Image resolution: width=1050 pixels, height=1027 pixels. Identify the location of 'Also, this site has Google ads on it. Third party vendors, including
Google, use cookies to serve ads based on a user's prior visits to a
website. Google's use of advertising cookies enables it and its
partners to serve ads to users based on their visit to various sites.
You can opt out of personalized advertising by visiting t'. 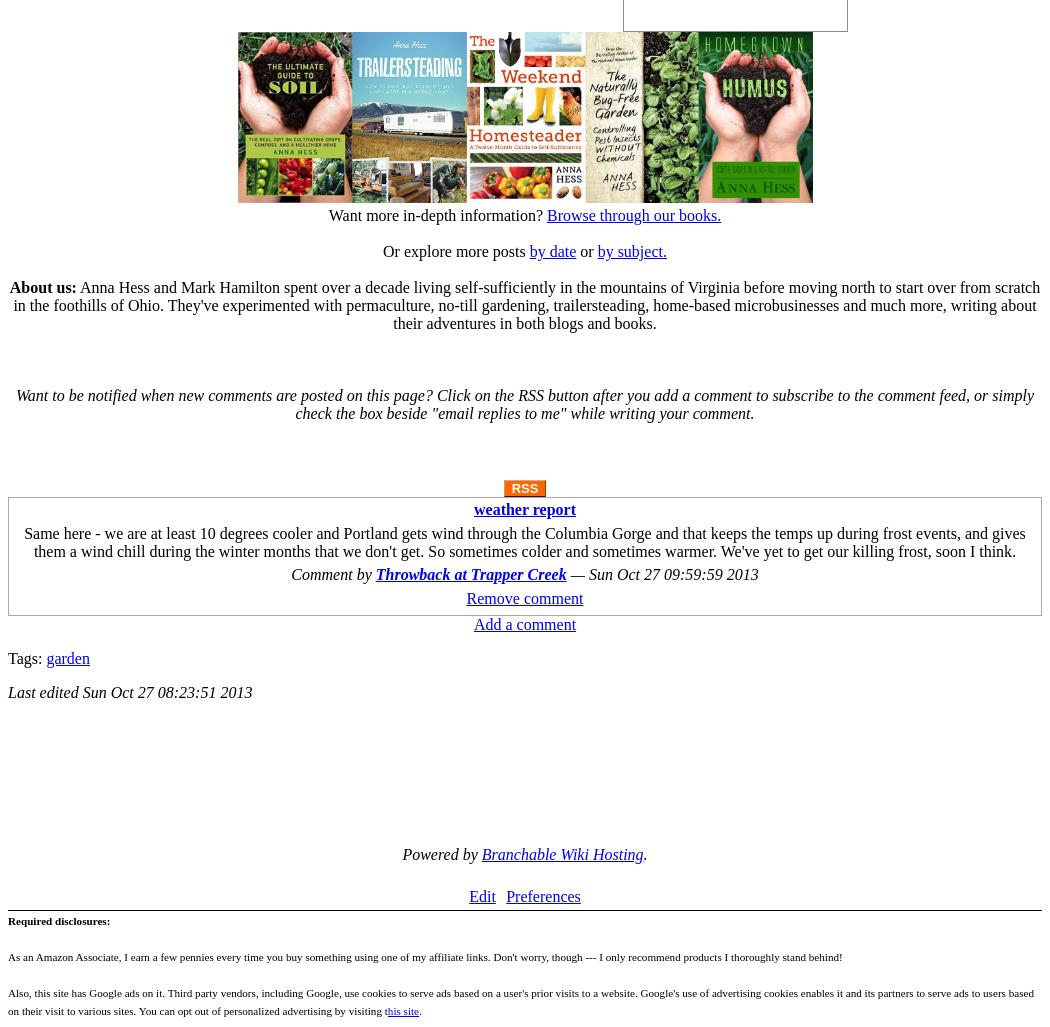
(519, 1000).